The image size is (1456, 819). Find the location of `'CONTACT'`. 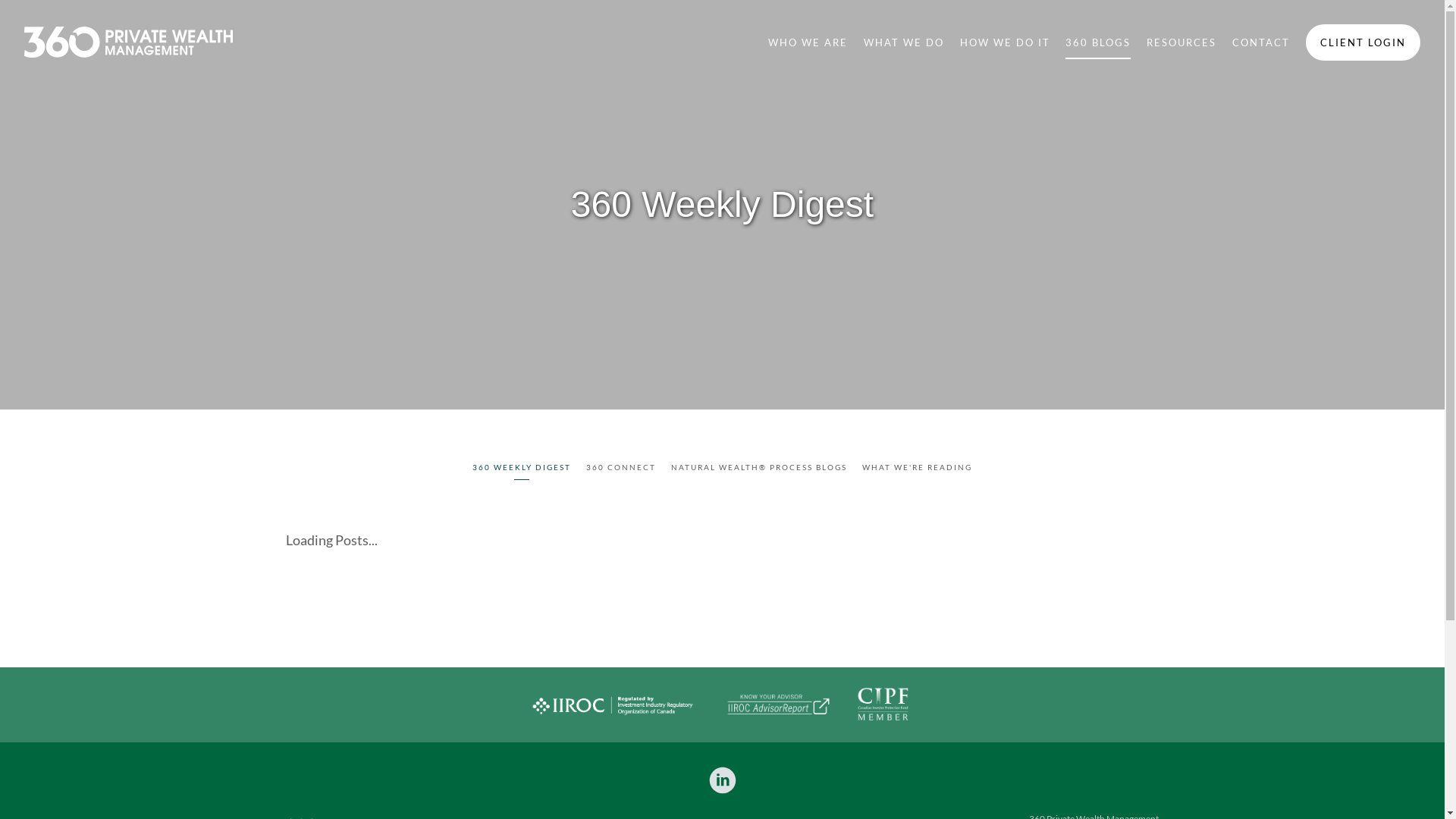

'CONTACT' is located at coordinates (1260, 41).